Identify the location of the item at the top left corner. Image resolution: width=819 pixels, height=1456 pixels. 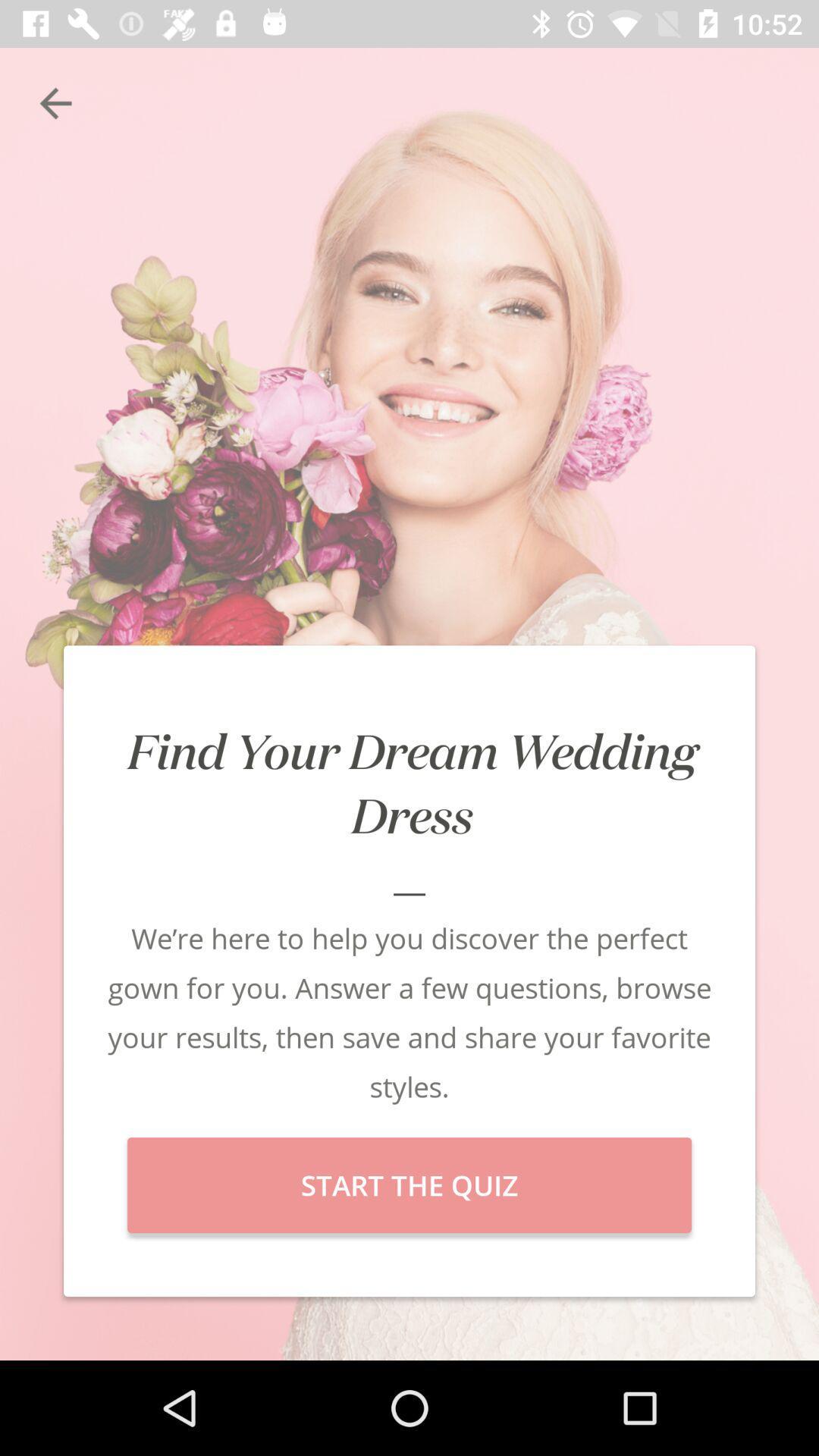
(55, 102).